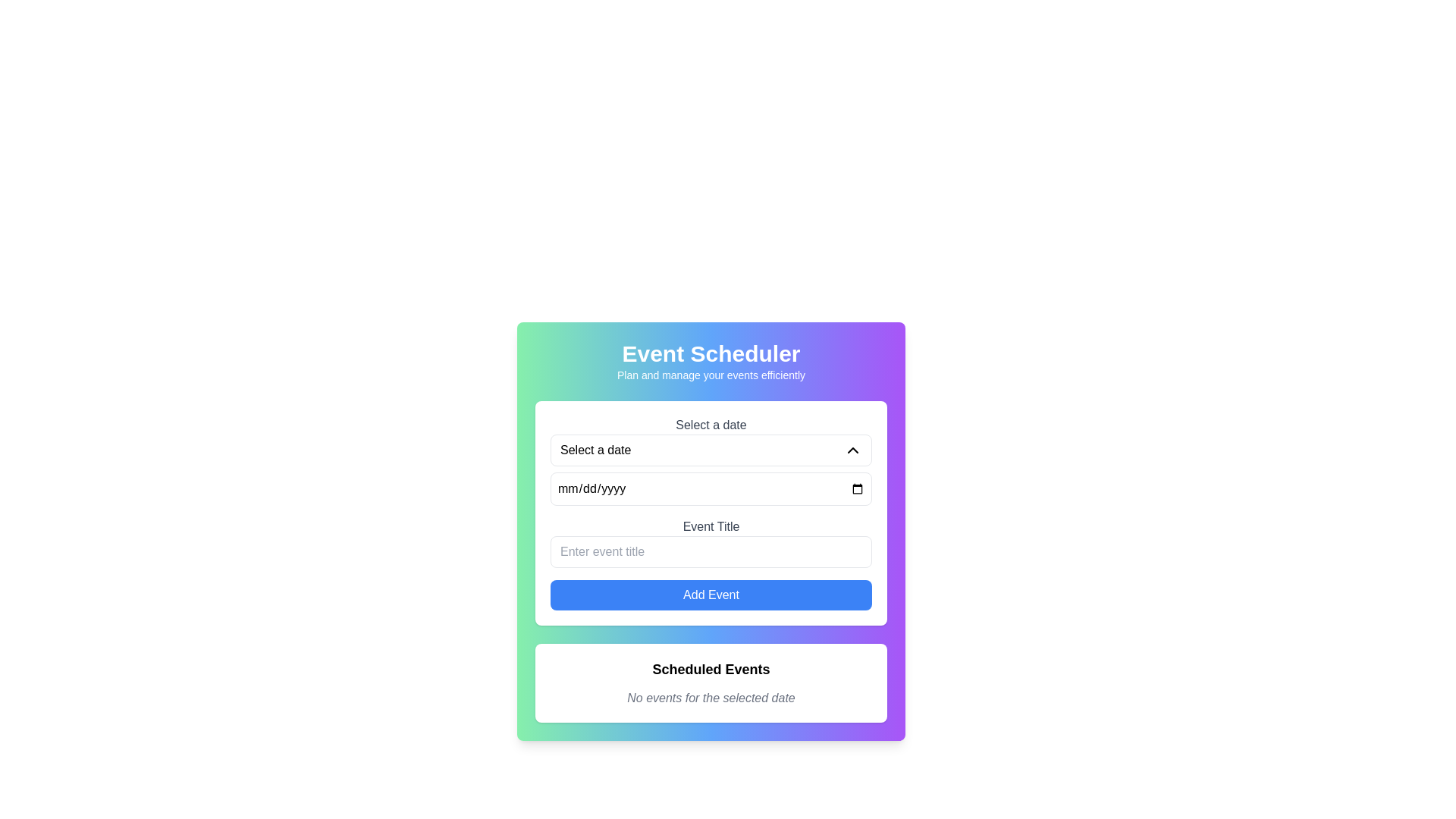 This screenshot has width=1456, height=819. Describe the element at coordinates (852, 450) in the screenshot. I see `the Chevron Arrow icon, which is positioned in the upper right section of the card interface, to potentially trigger a hover effect` at that location.